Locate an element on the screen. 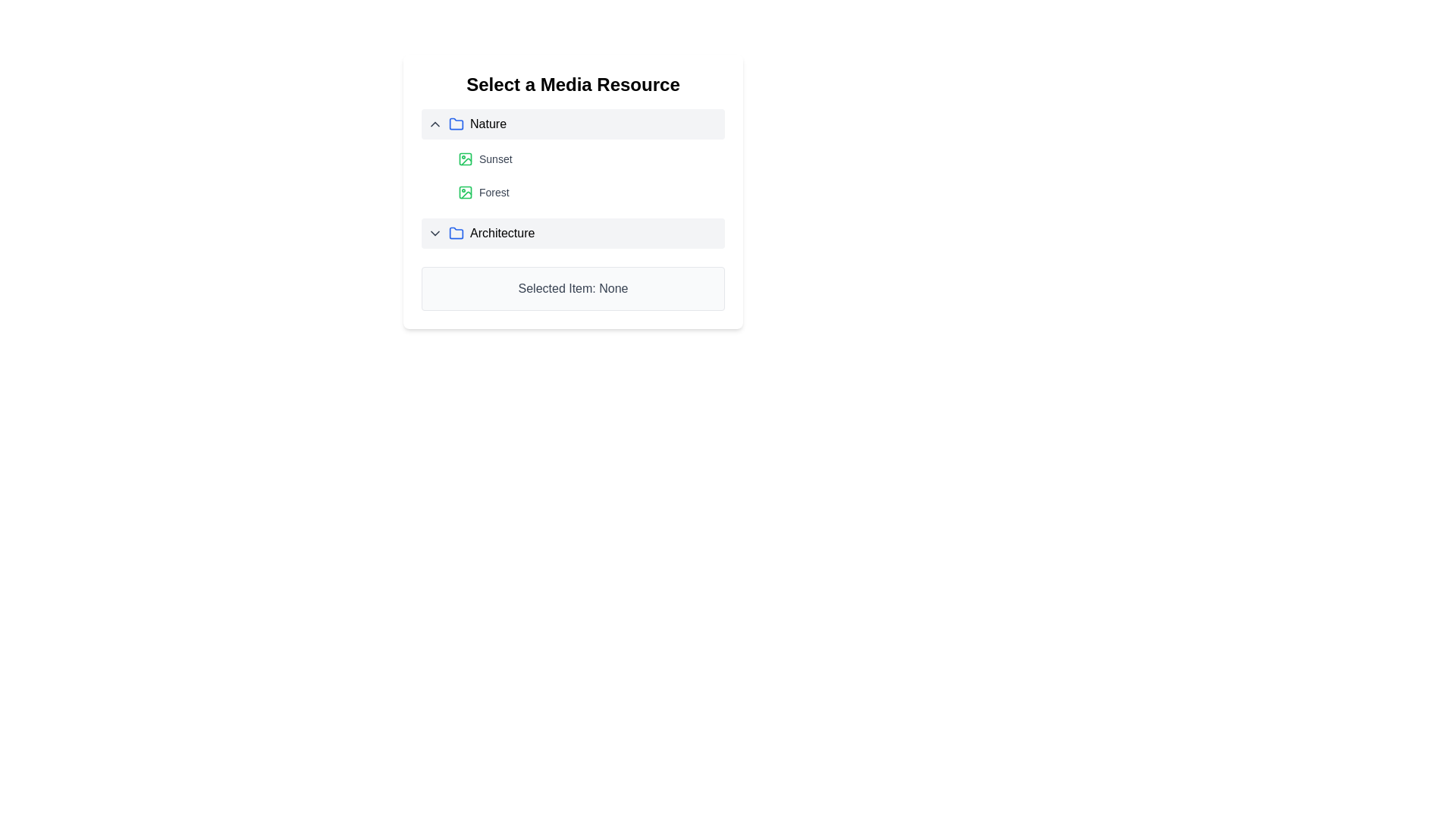 The image size is (1456, 819). the icon representing the 'Forest' section, which is positioned to the left of the text label 'Forest' in the 'Nature' section of the interface is located at coordinates (465, 192).